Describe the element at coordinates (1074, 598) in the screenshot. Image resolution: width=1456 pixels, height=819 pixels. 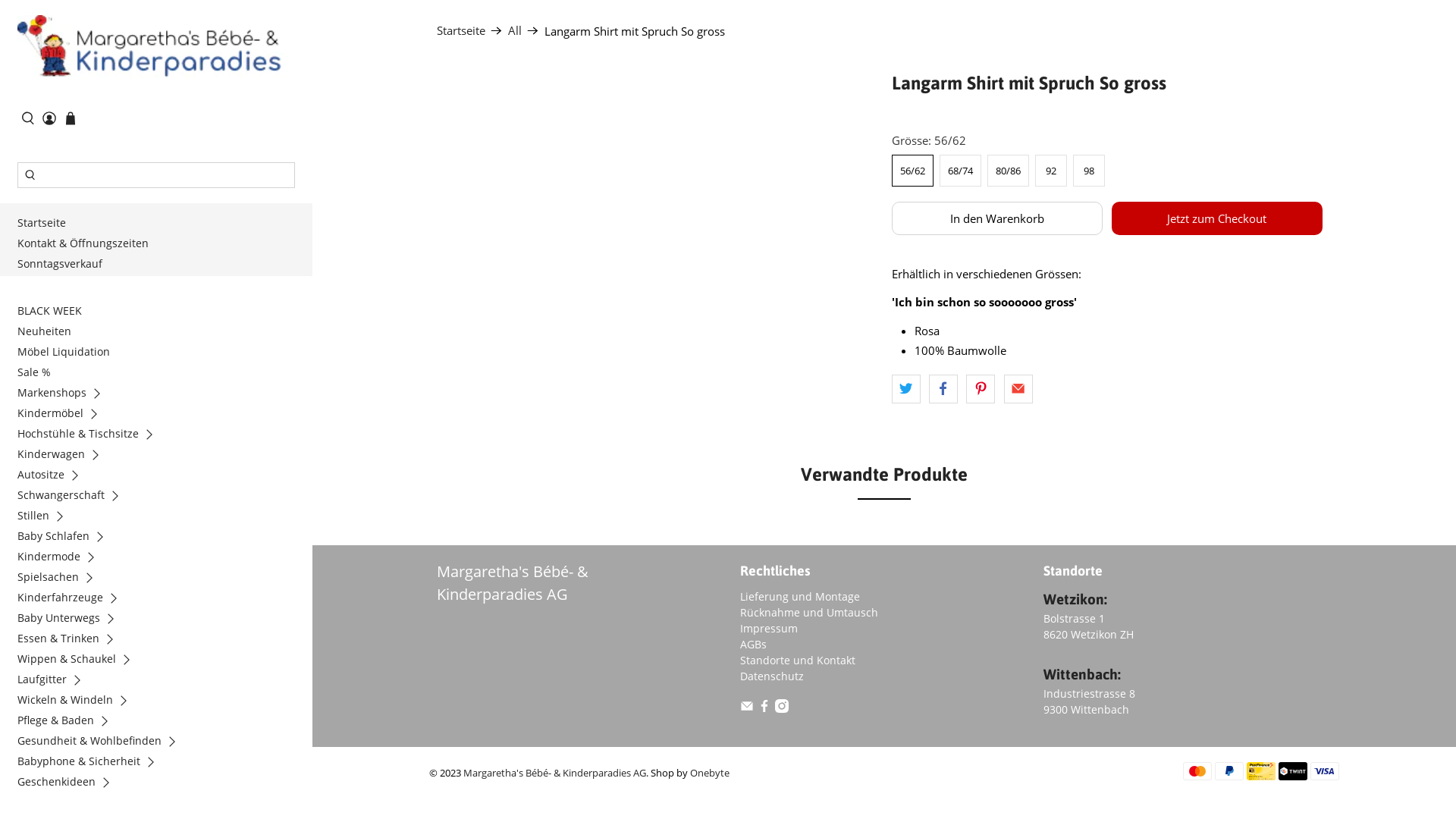
I see `'Wetzikon:'` at that location.